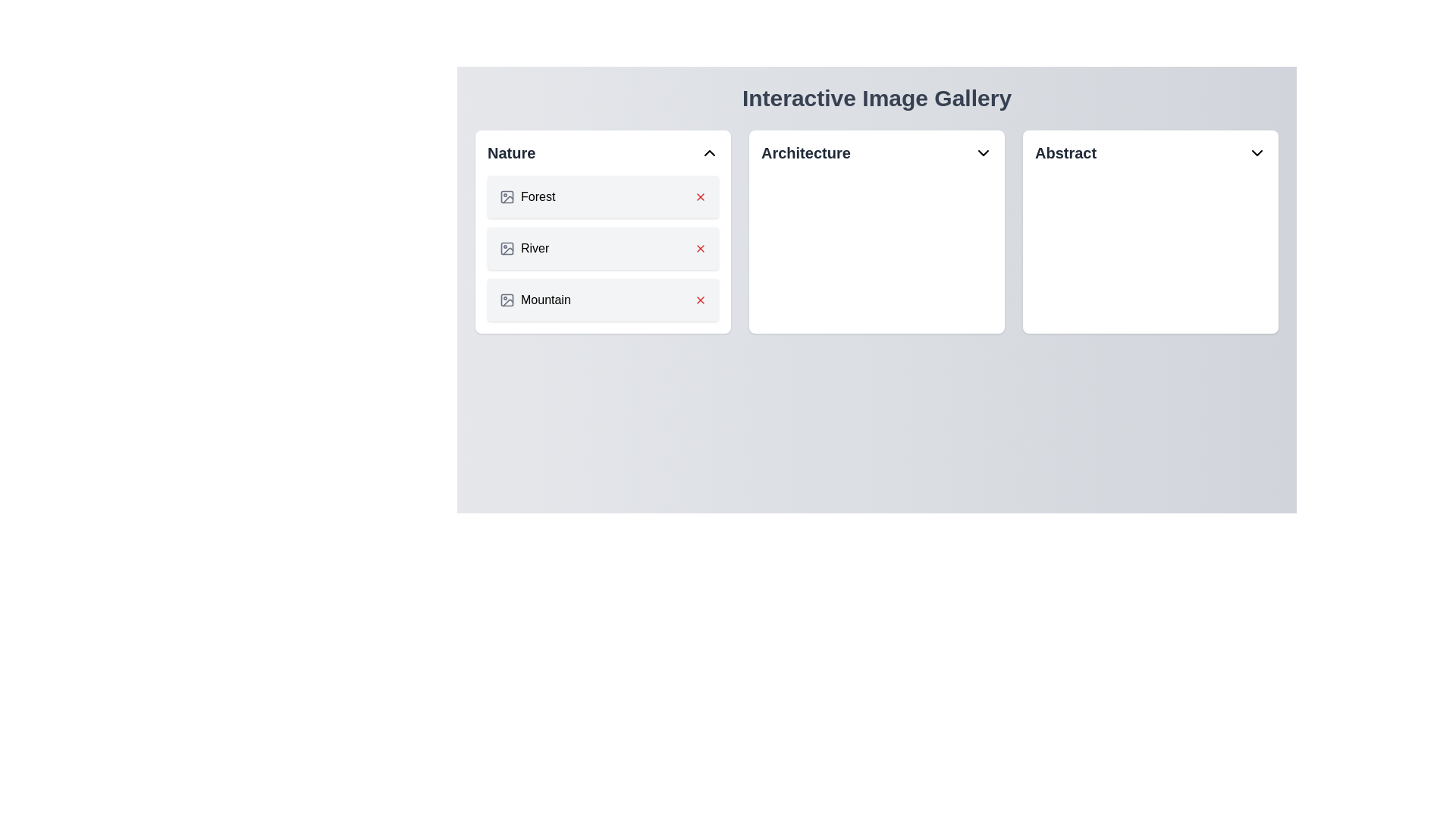  I want to click on the 'River' text label, which is the second item under the 'Nature' category, located in the far left column of the interface, so click(535, 247).